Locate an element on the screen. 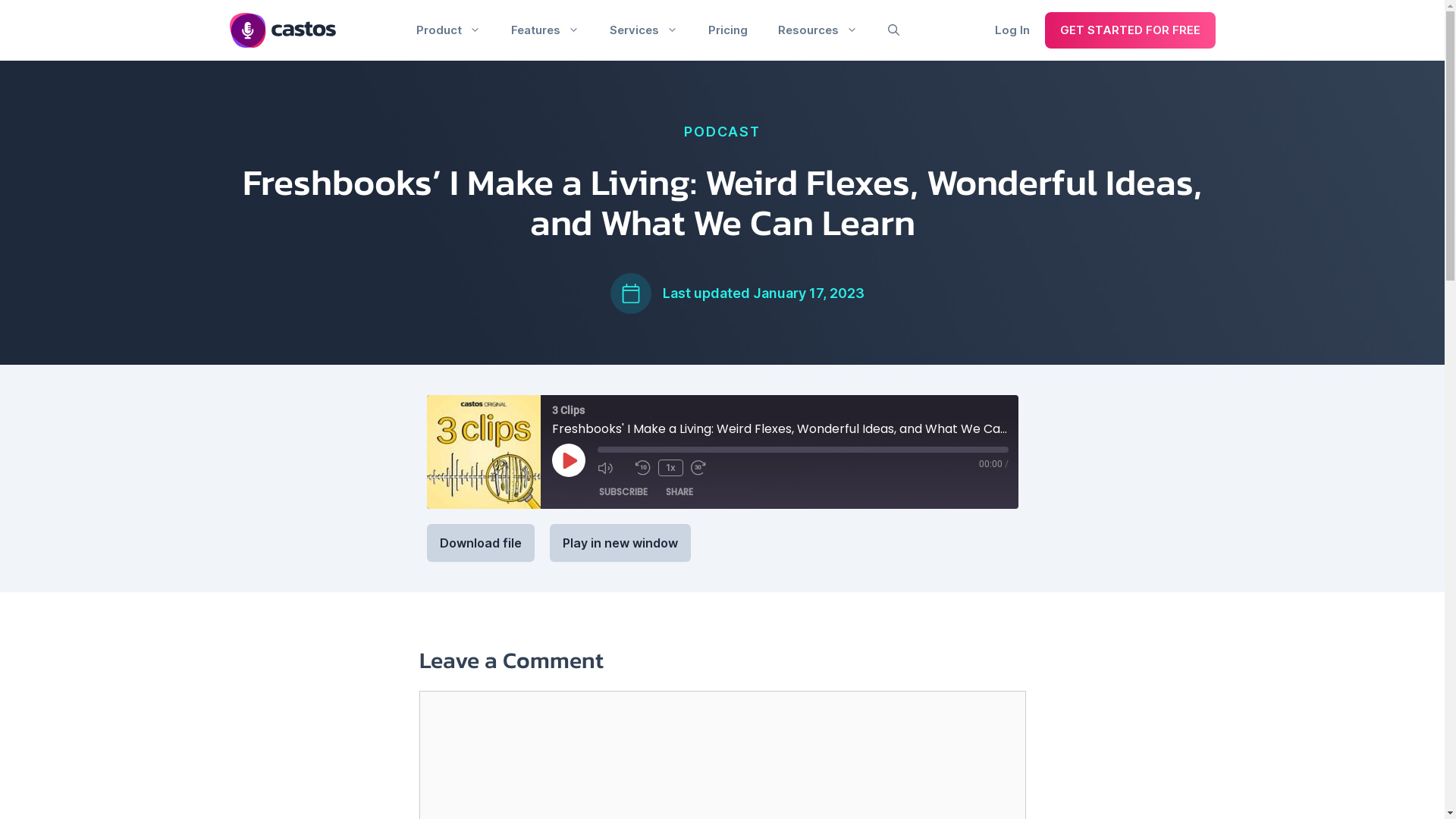 The image size is (1456, 819). 'Play in new window' is located at coordinates (619, 542).